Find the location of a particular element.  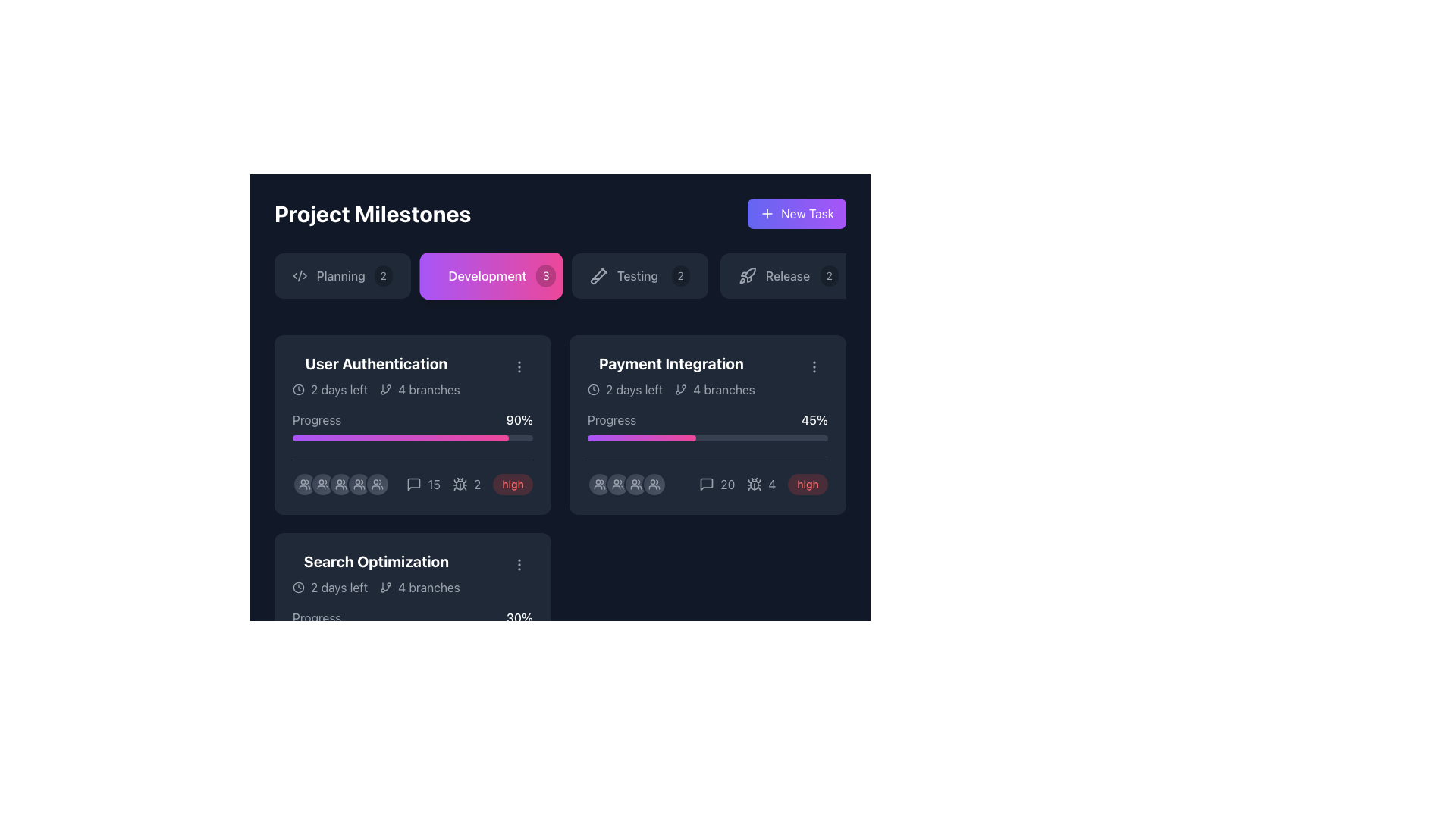

the priority level badge located in the bottom row of the project progress panel, to the right of the interaction counts is located at coordinates (513, 485).